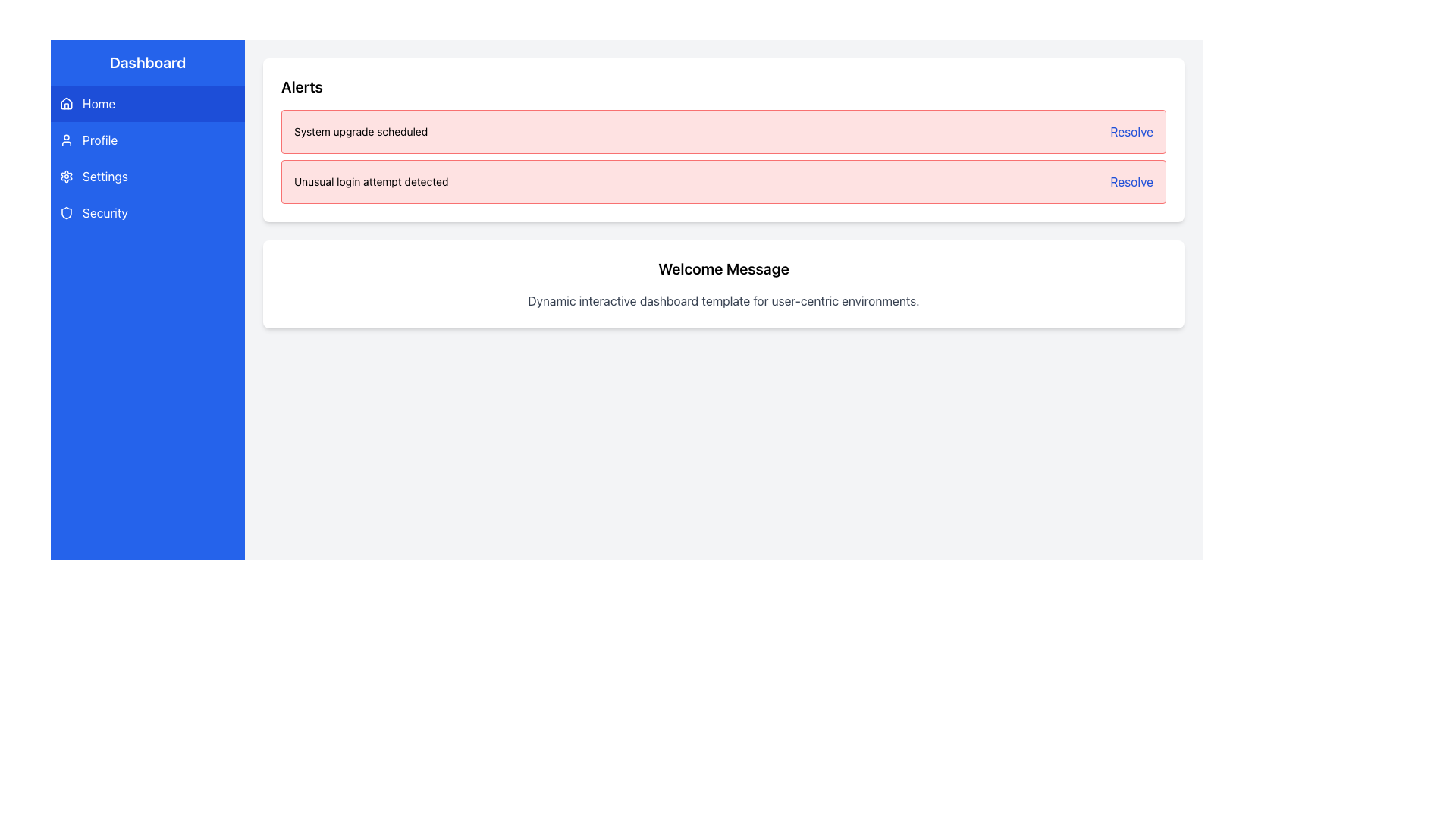  I want to click on the static text displaying 'System upgrade scheduled' in the Alerts section, so click(360, 130).